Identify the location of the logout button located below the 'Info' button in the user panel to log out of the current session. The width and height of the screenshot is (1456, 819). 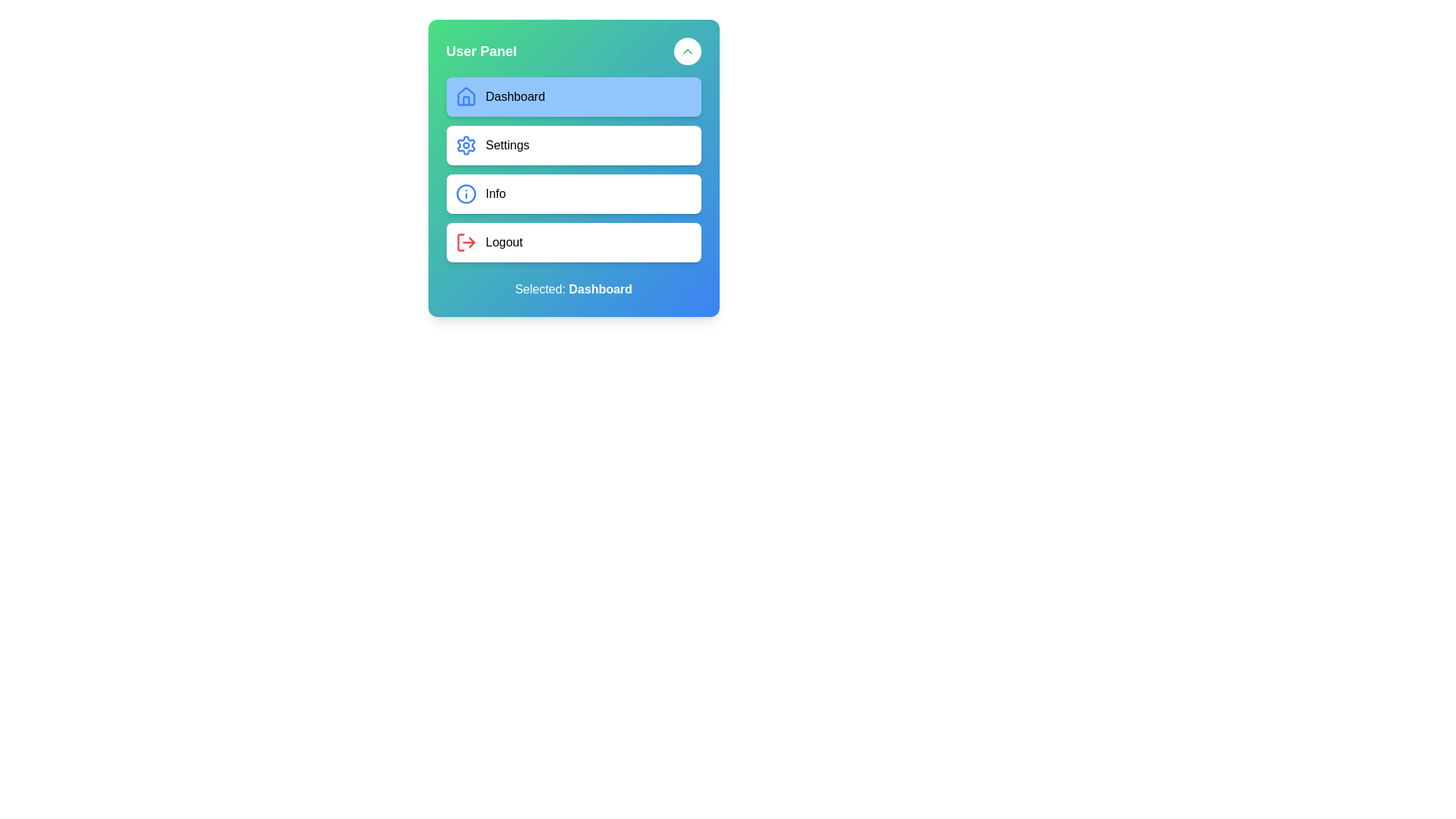
(573, 242).